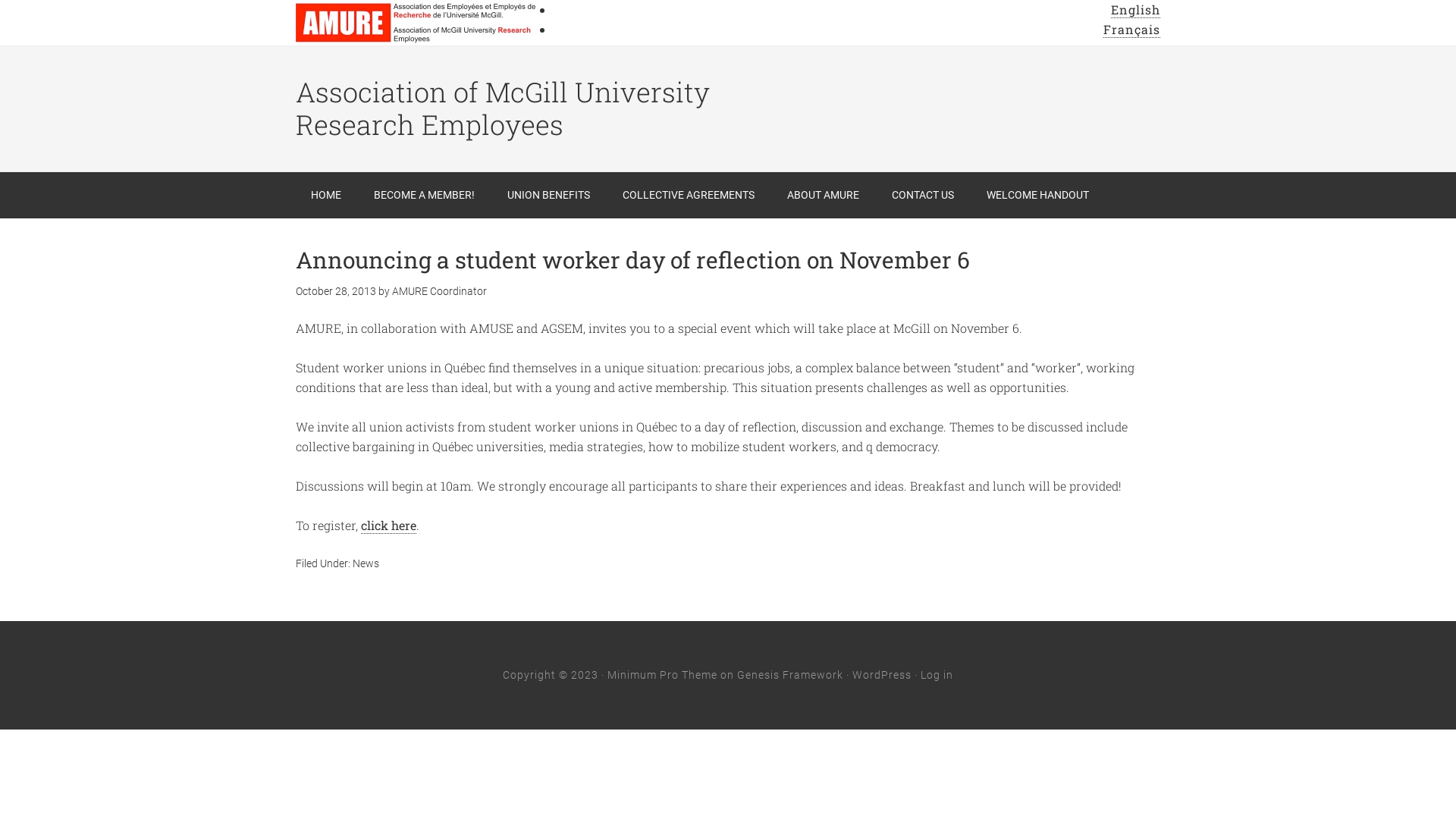 Image resolution: width=1456 pixels, height=819 pixels. What do you see at coordinates (438, 291) in the screenshot?
I see `'AMURE Coordinator'` at bounding box center [438, 291].